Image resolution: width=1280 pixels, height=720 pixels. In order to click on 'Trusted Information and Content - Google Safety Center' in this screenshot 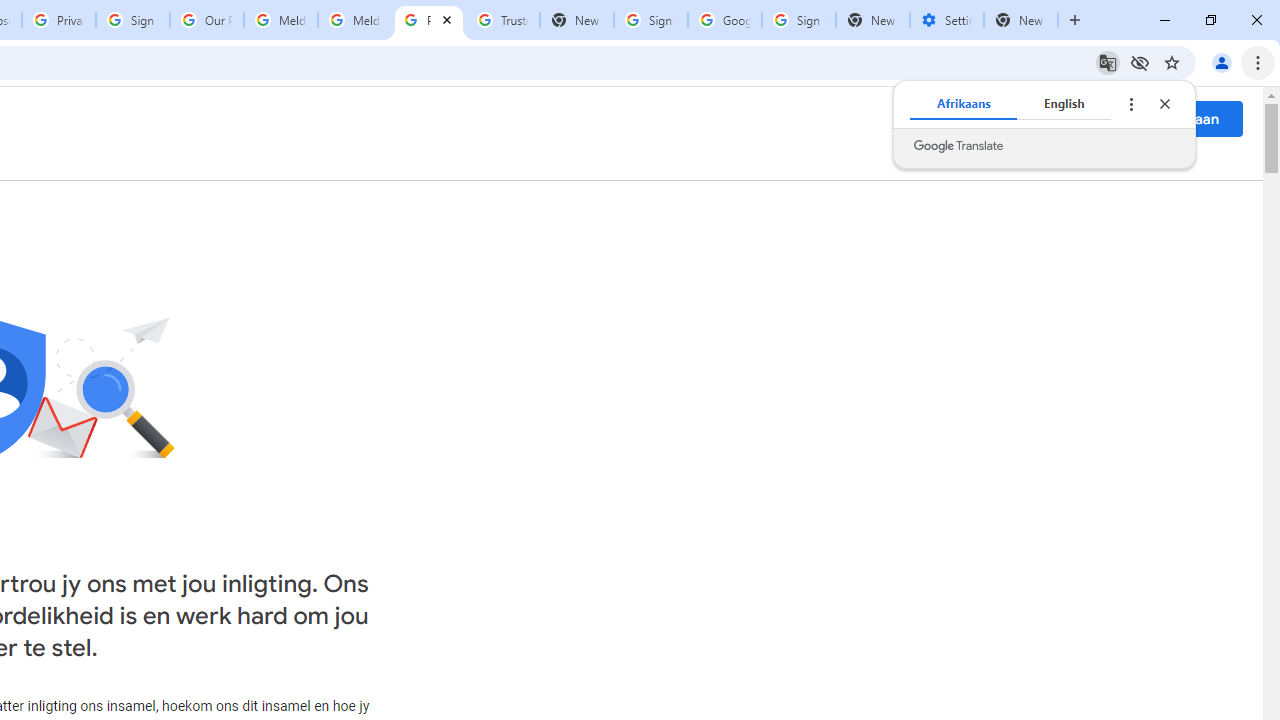, I will do `click(503, 20)`.